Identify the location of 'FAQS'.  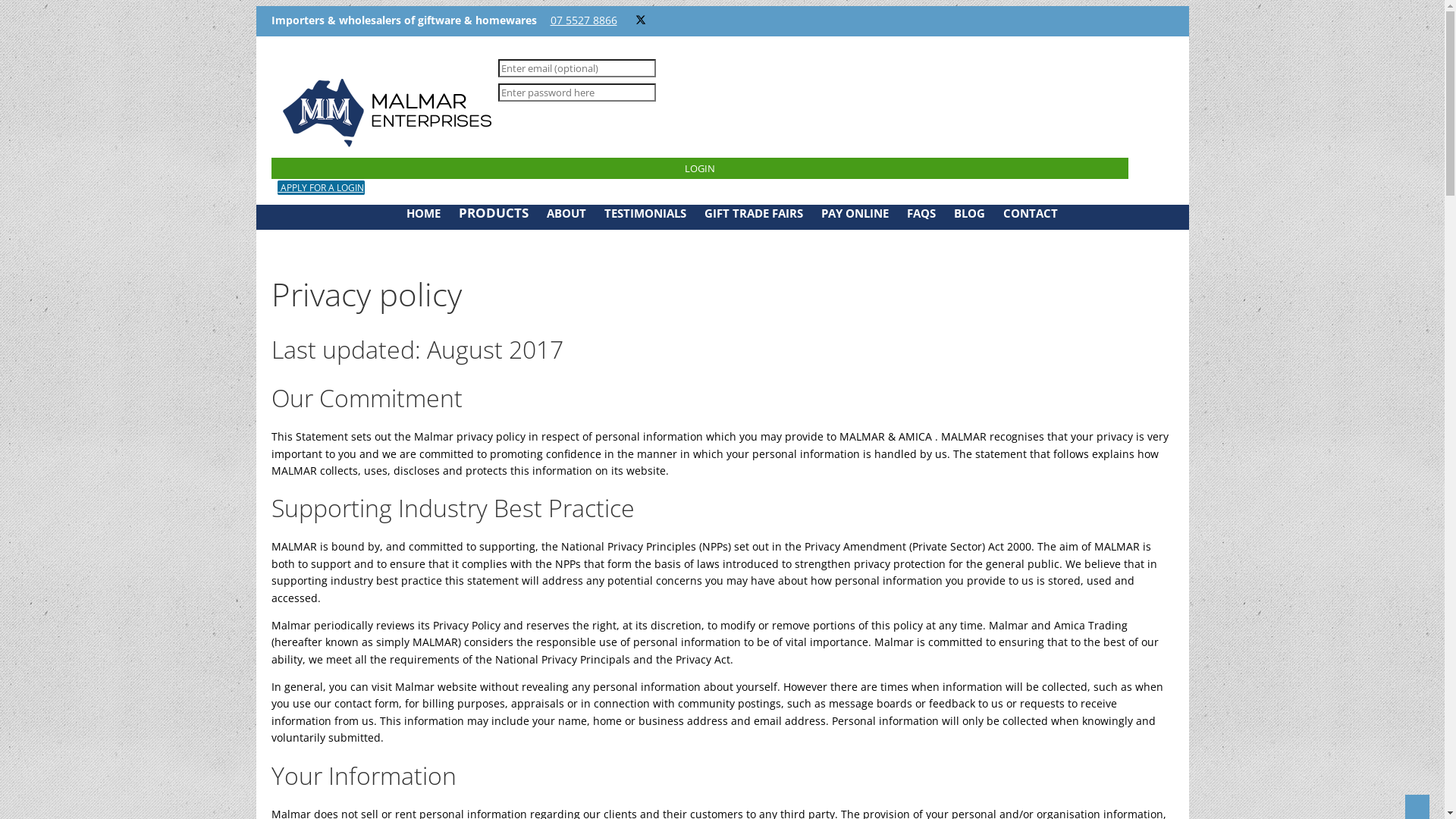
(920, 213).